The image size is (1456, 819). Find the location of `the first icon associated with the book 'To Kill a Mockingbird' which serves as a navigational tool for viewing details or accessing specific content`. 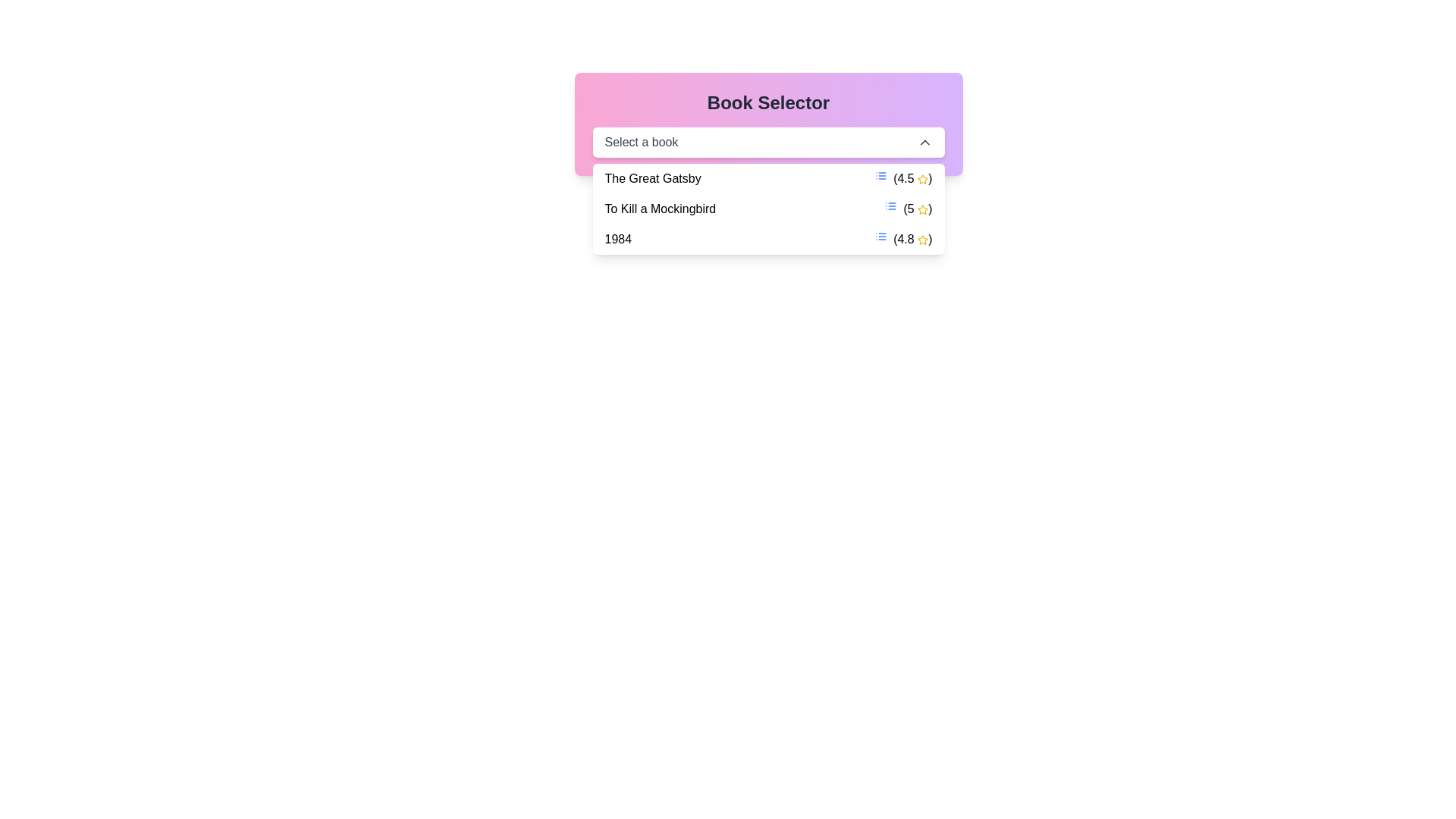

the first icon associated with the book 'To Kill a Mockingbird' which serves as a navigational tool for viewing details or accessing specific content is located at coordinates (891, 206).